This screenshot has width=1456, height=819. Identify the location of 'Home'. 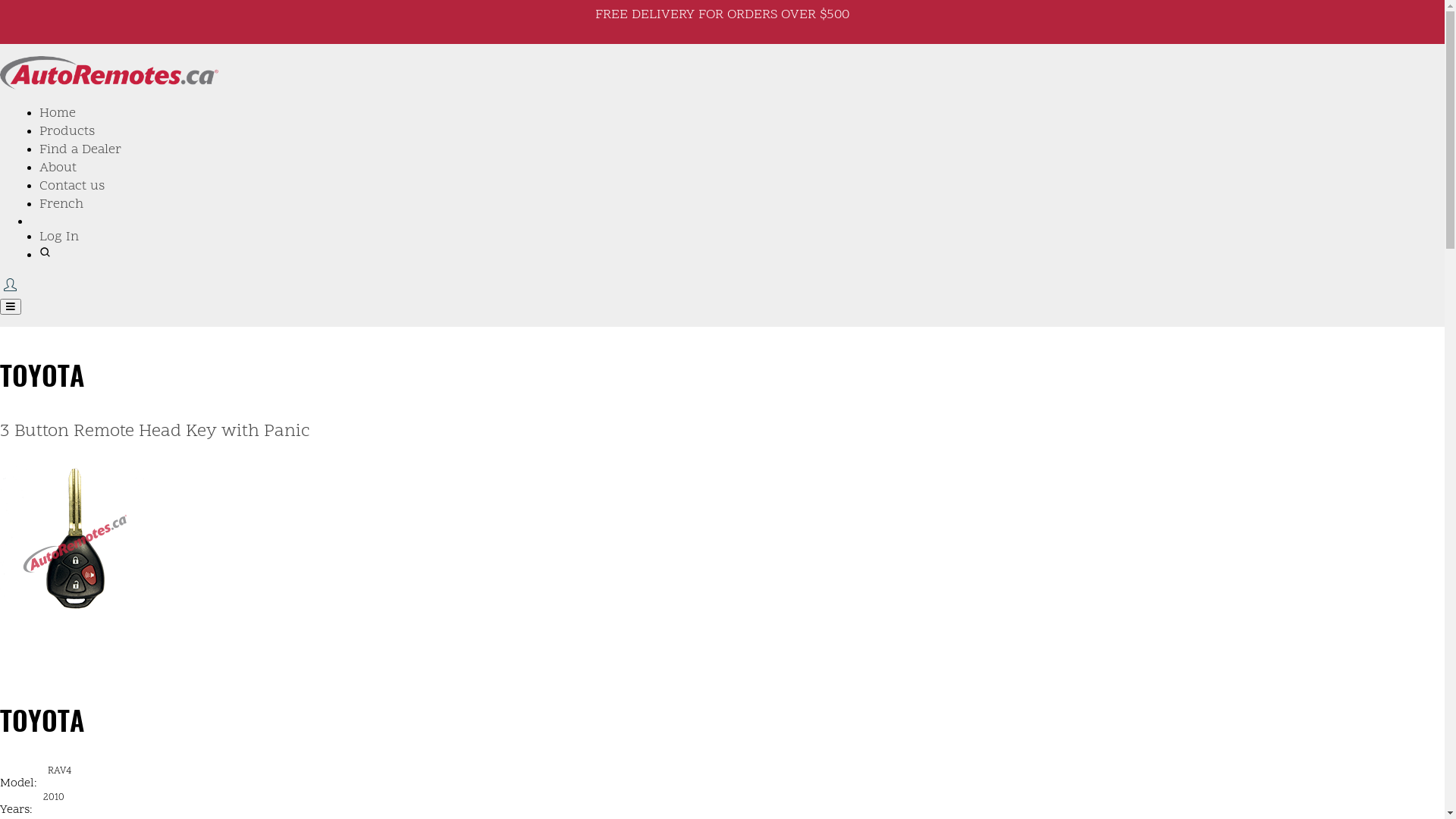
(39, 112).